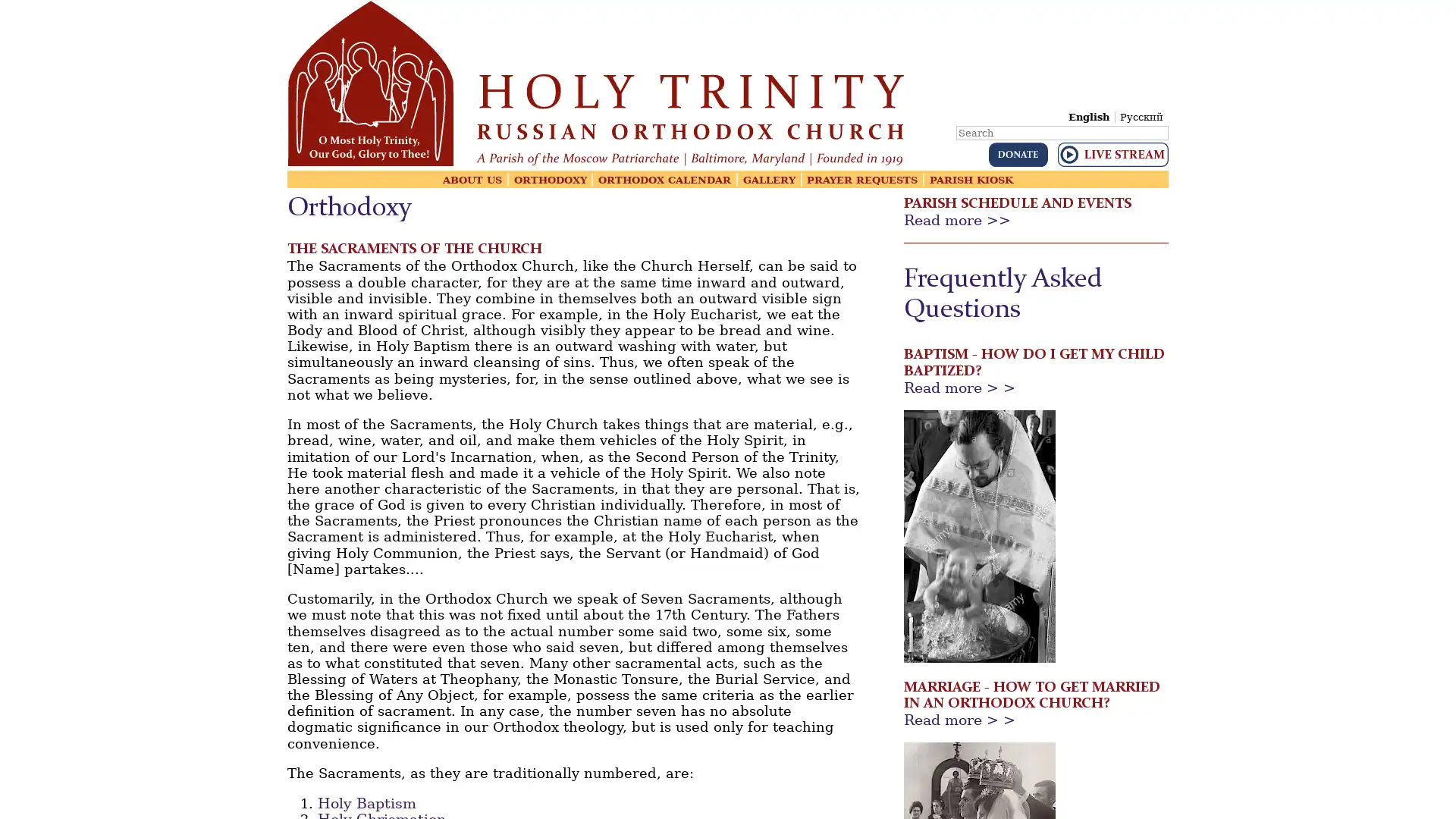 The width and height of the screenshot is (1456, 819). What do you see at coordinates (1166, 121) in the screenshot?
I see `Search` at bounding box center [1166, 121].